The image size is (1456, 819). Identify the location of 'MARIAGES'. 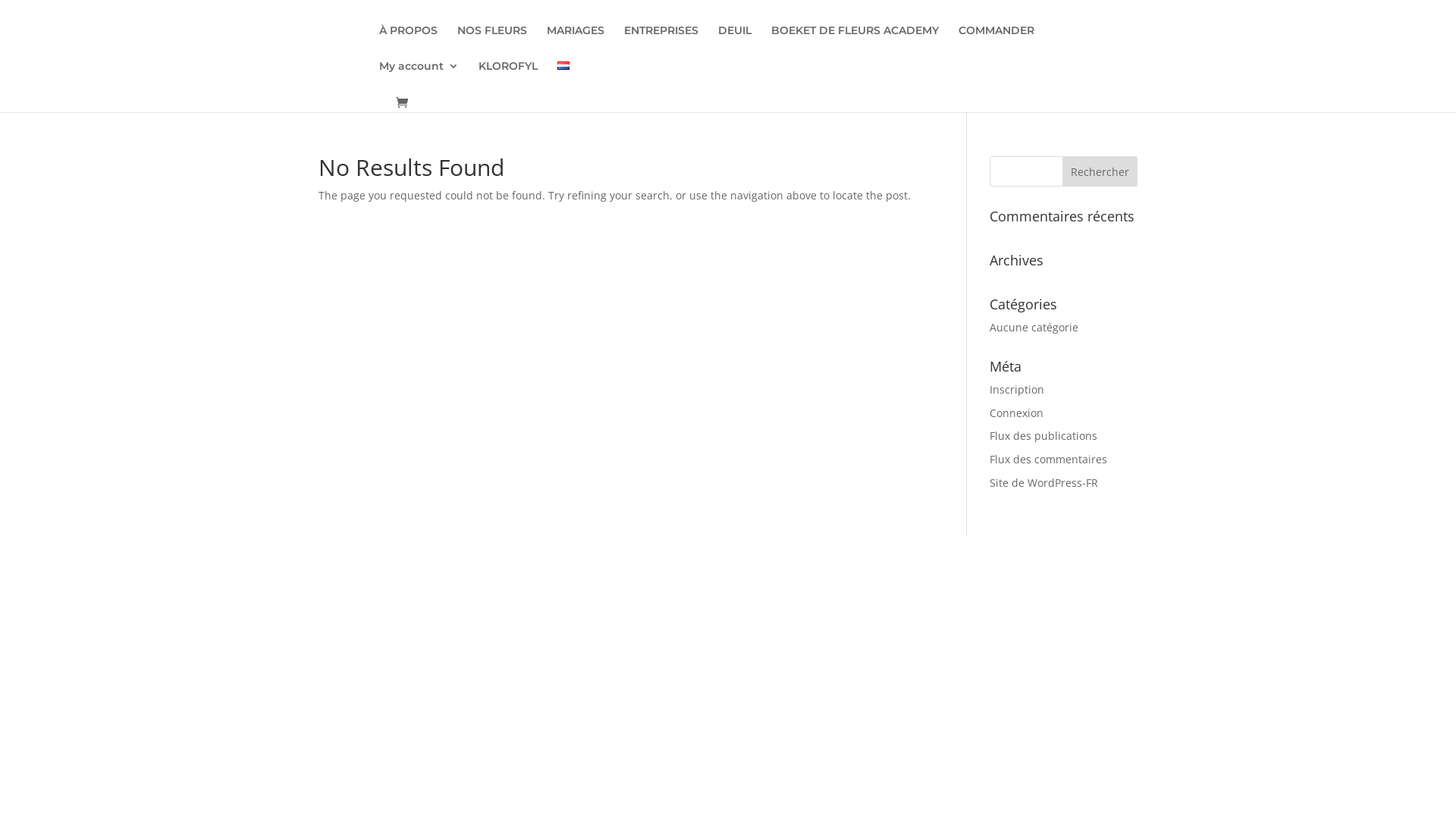
(574, 42).